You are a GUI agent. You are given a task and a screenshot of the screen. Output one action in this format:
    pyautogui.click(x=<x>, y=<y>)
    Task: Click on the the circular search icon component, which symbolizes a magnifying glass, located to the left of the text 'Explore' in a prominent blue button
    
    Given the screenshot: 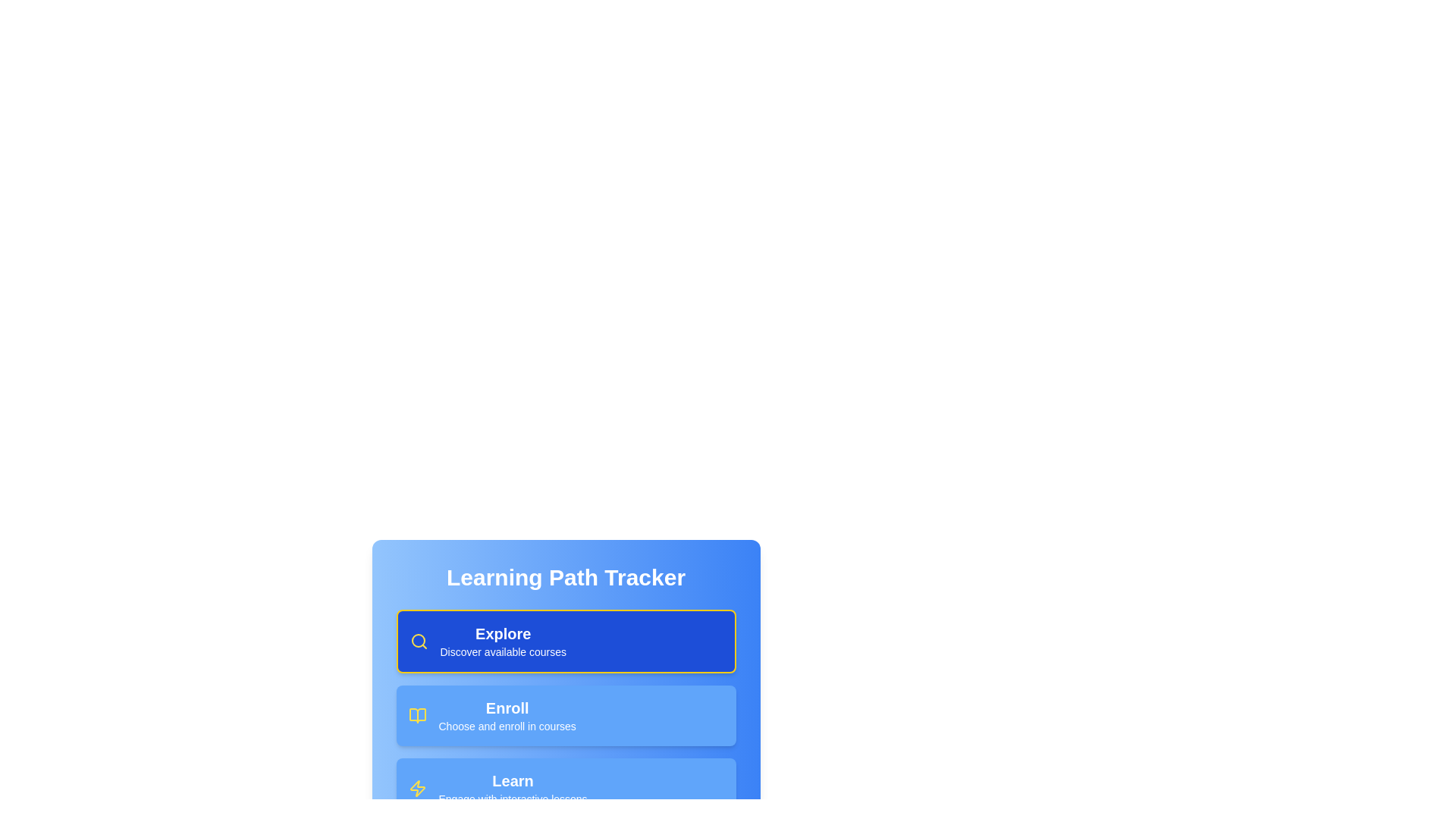 What is the action you would take?
    pyautogui.click(x=418, y=640)
    